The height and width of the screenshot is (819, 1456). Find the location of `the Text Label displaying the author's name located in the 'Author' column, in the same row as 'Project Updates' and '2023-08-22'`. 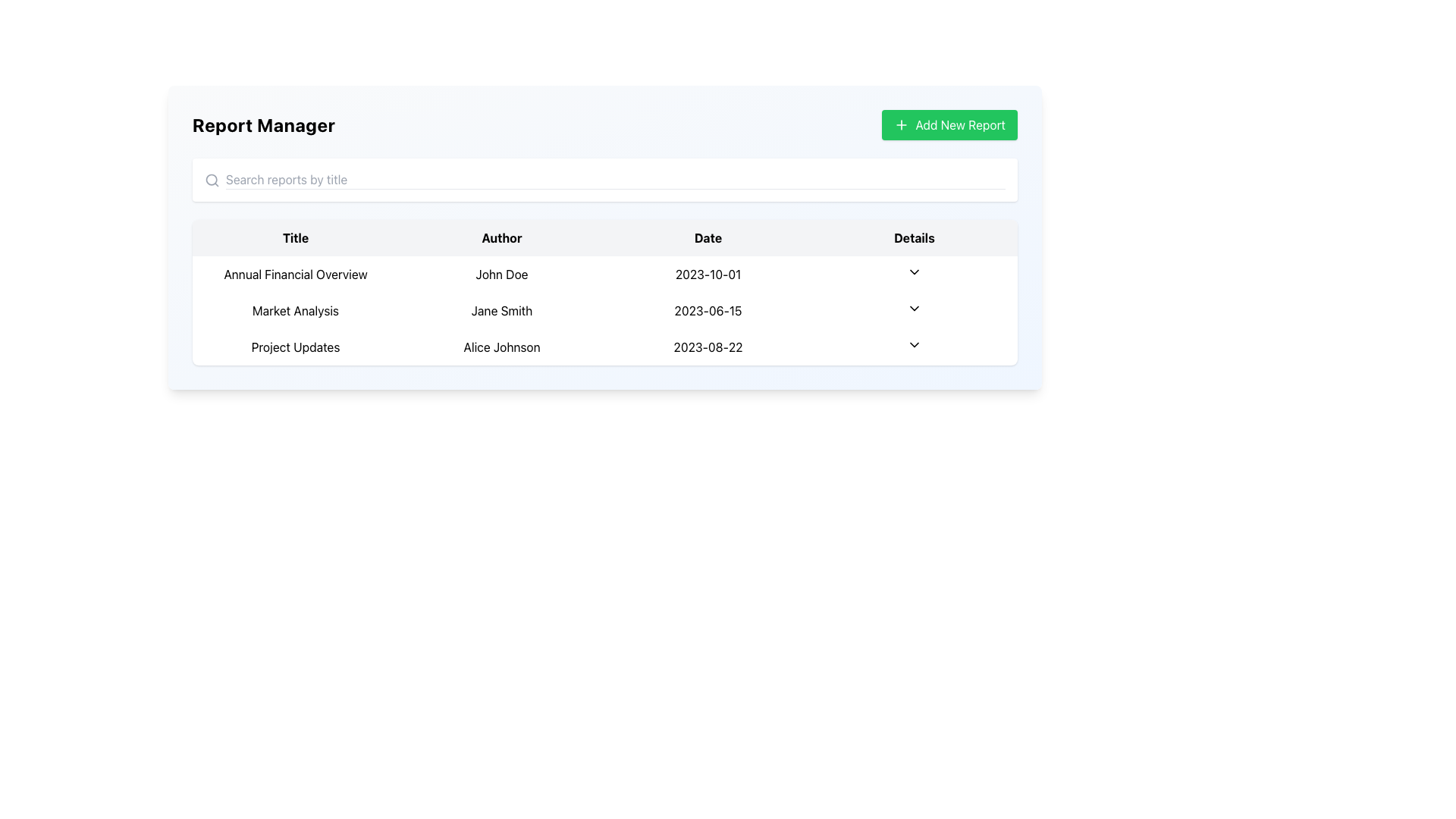

the Text Label displaying the author's name located in the 'Author' column, in the same row as 'Project Updates' and '2023-08-22' is located at coordinates (502, 347).